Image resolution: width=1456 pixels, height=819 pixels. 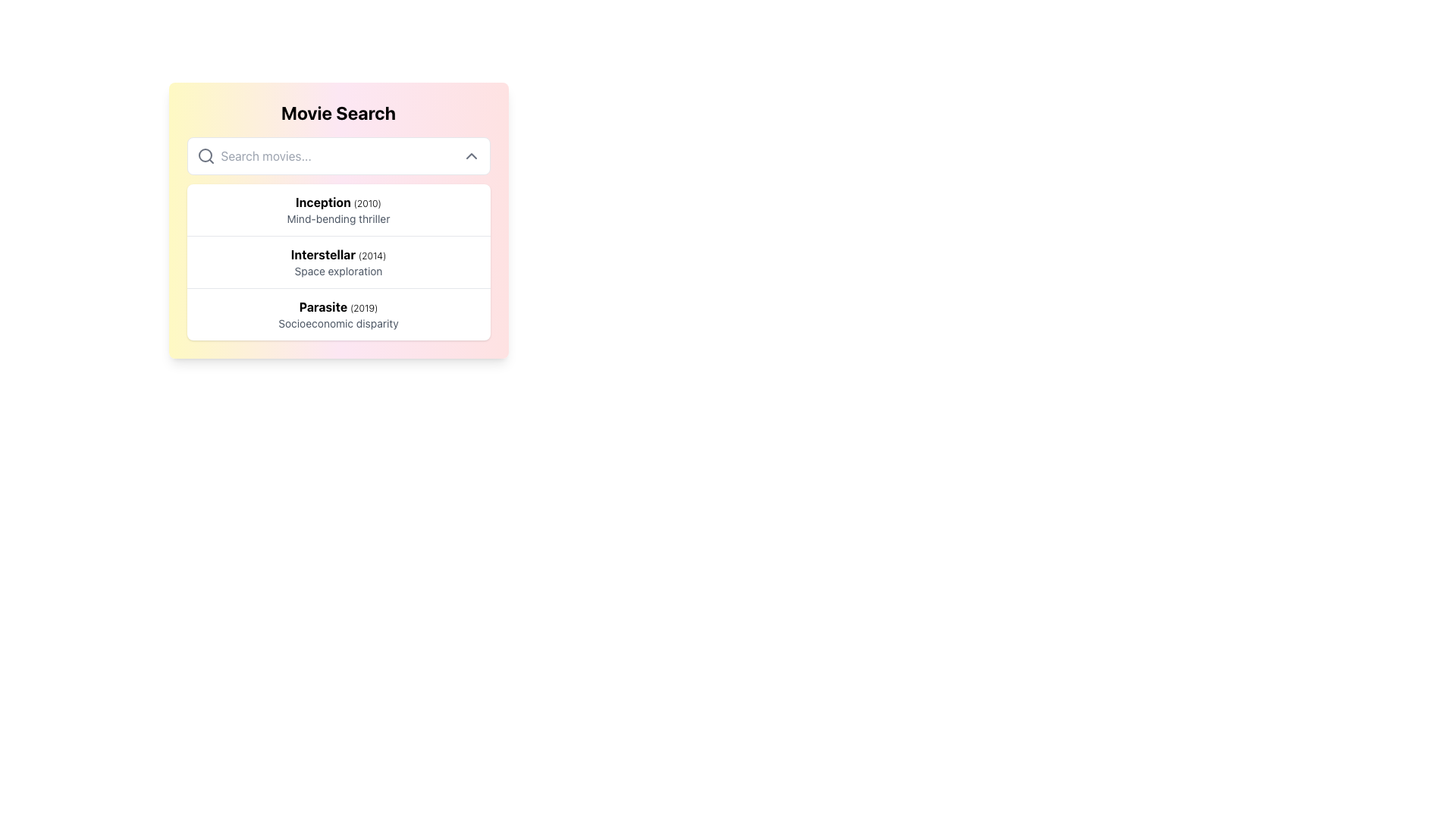 I want to click on the collapsible arrow of the Search input element located below the 'Movie Search' title, so click(x=337, y=155).